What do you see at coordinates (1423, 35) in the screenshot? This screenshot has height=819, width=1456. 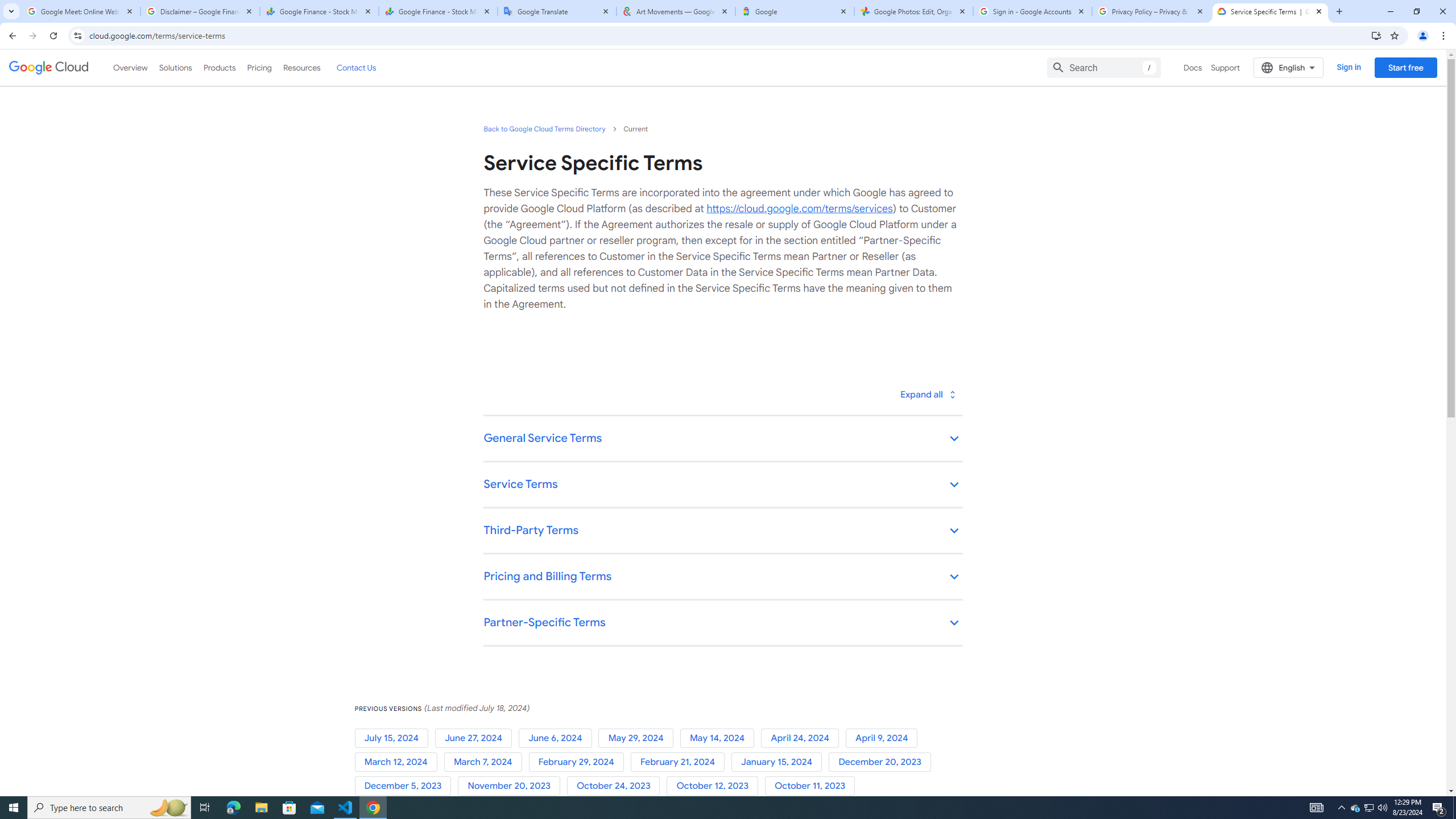 I see `'You'` at bounding box center [1423, 35].